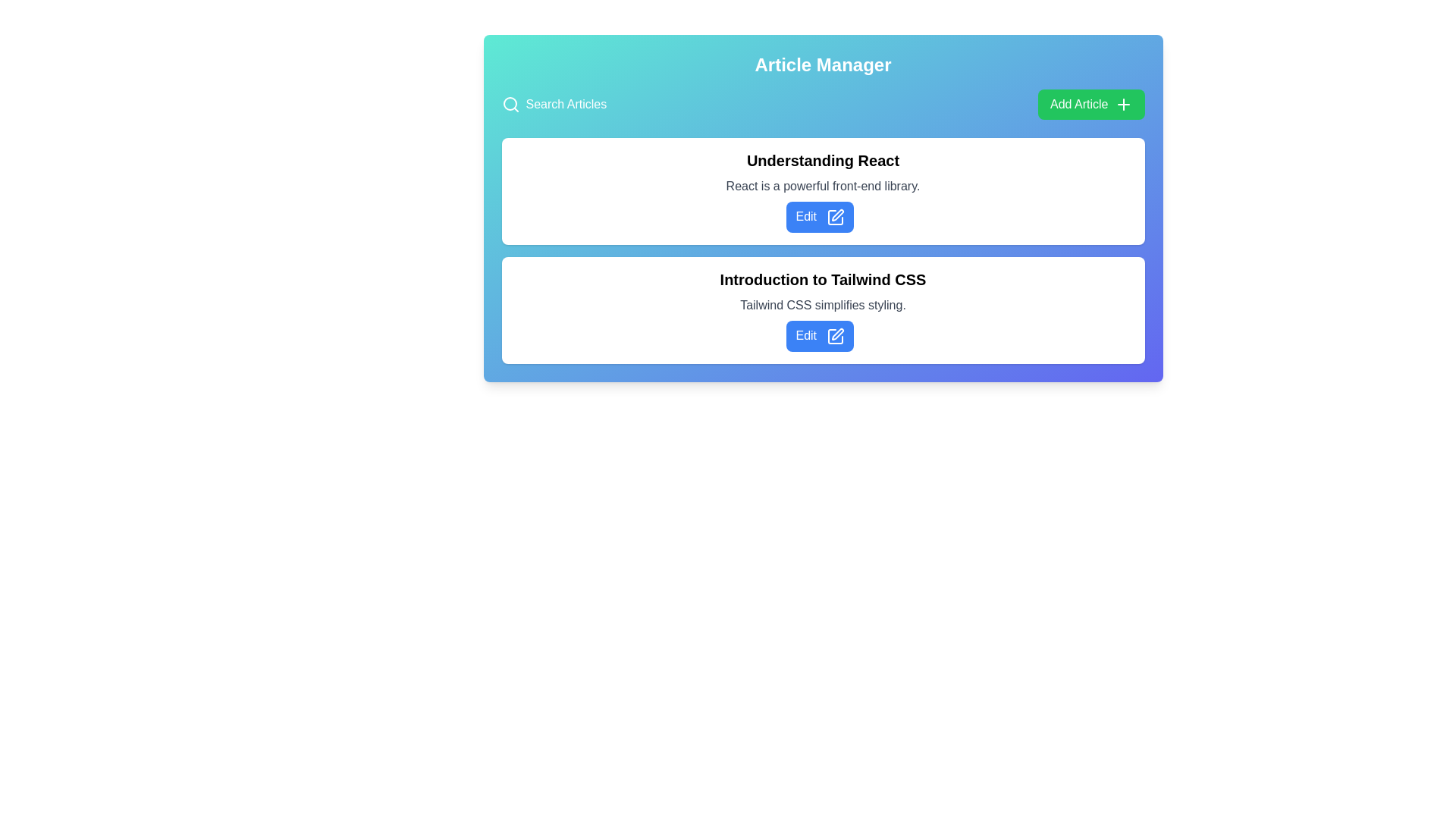 This screenshot has width=1456, height=819. What do you see at coordinates (1123, 104) in the screenshot?
I see `the plus sign icon within the green 'Add Article' button located in the top-right portion of the interface` at bounding box center [1123, 104].